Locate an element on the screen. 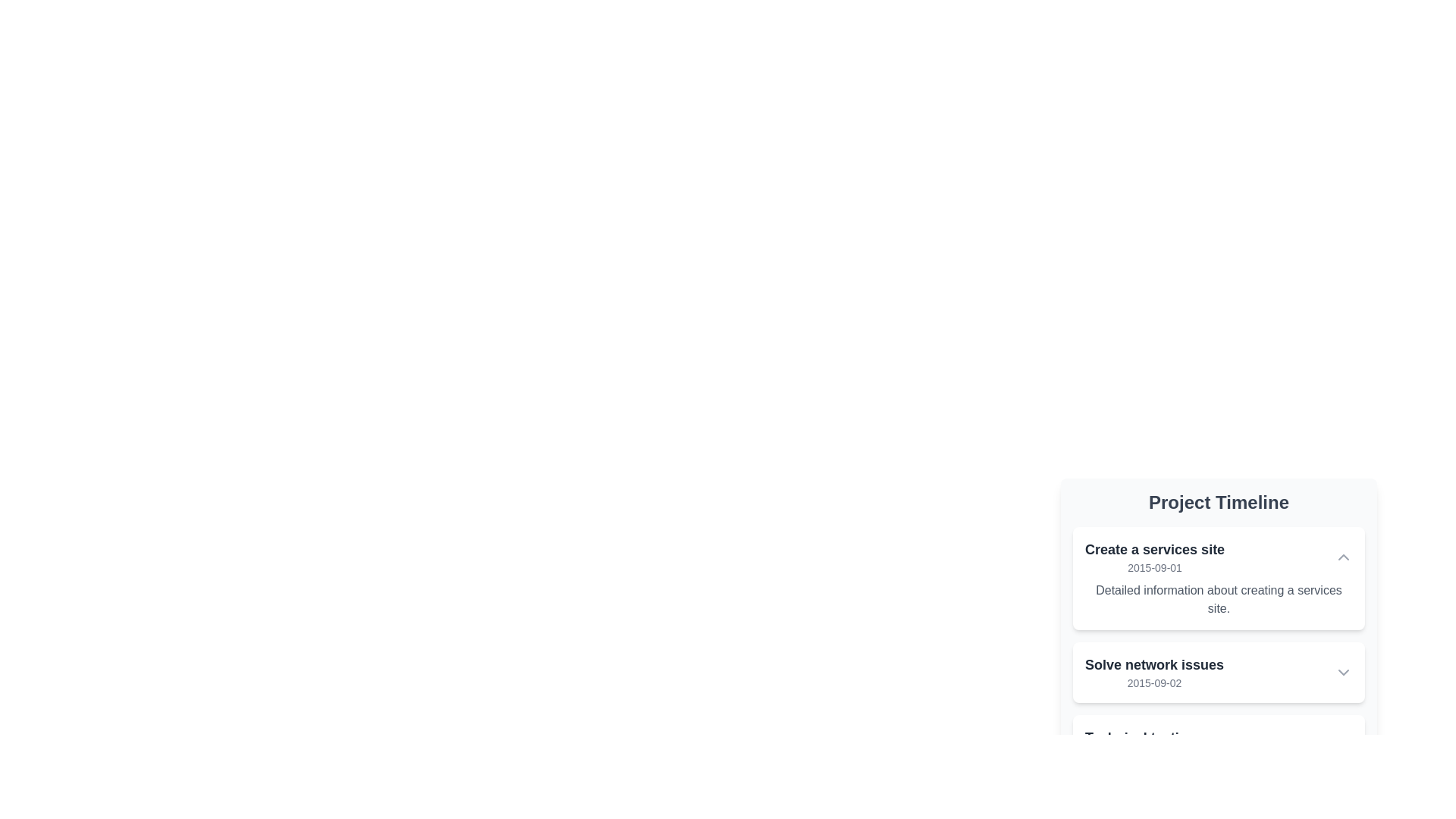 The width and height of the screenshot is (1456, 819). text displaying the date '2015-09-01' located within the card labeled 'Create a services site', positioned beneath the title text is located at coordinates (1154, 567).